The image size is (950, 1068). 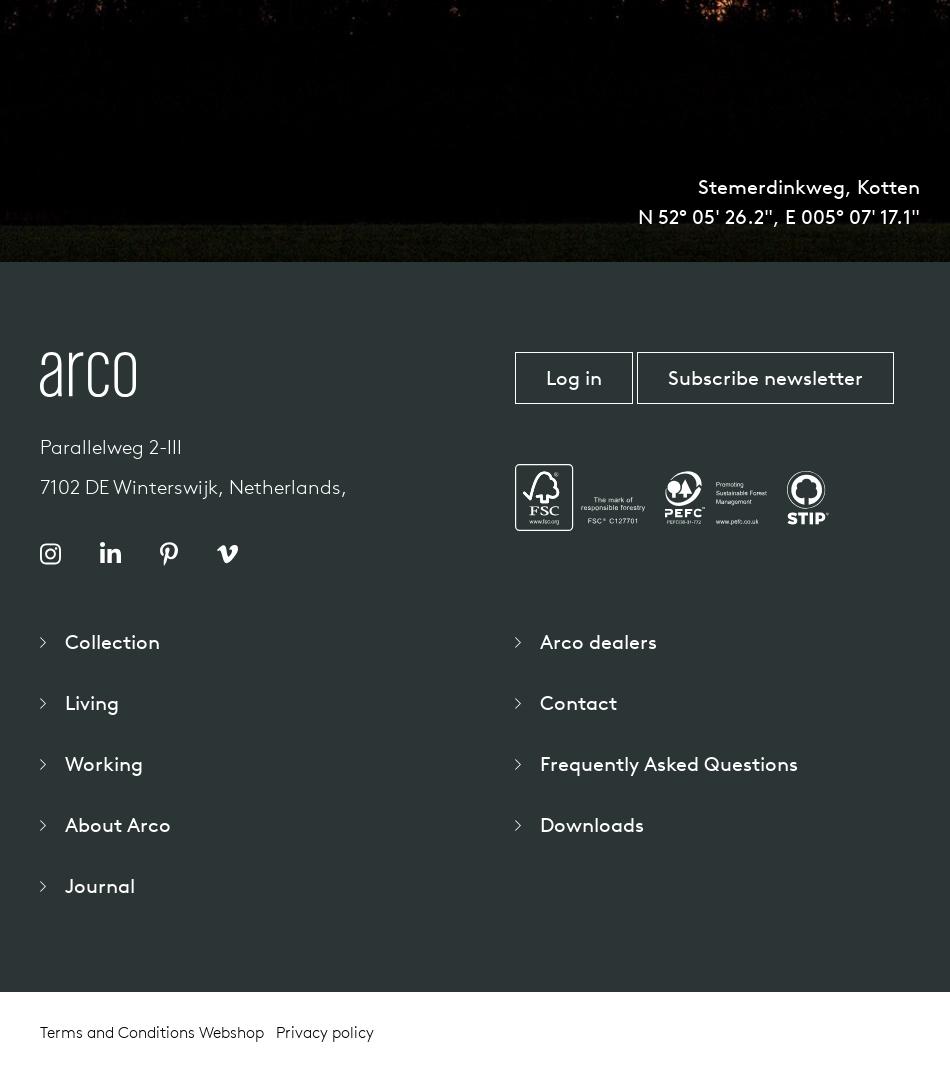 What do you see at coordinates (274, 1032) in the screenshot?
I see `'Privacy policy'` at bounding box center [274, 1032].